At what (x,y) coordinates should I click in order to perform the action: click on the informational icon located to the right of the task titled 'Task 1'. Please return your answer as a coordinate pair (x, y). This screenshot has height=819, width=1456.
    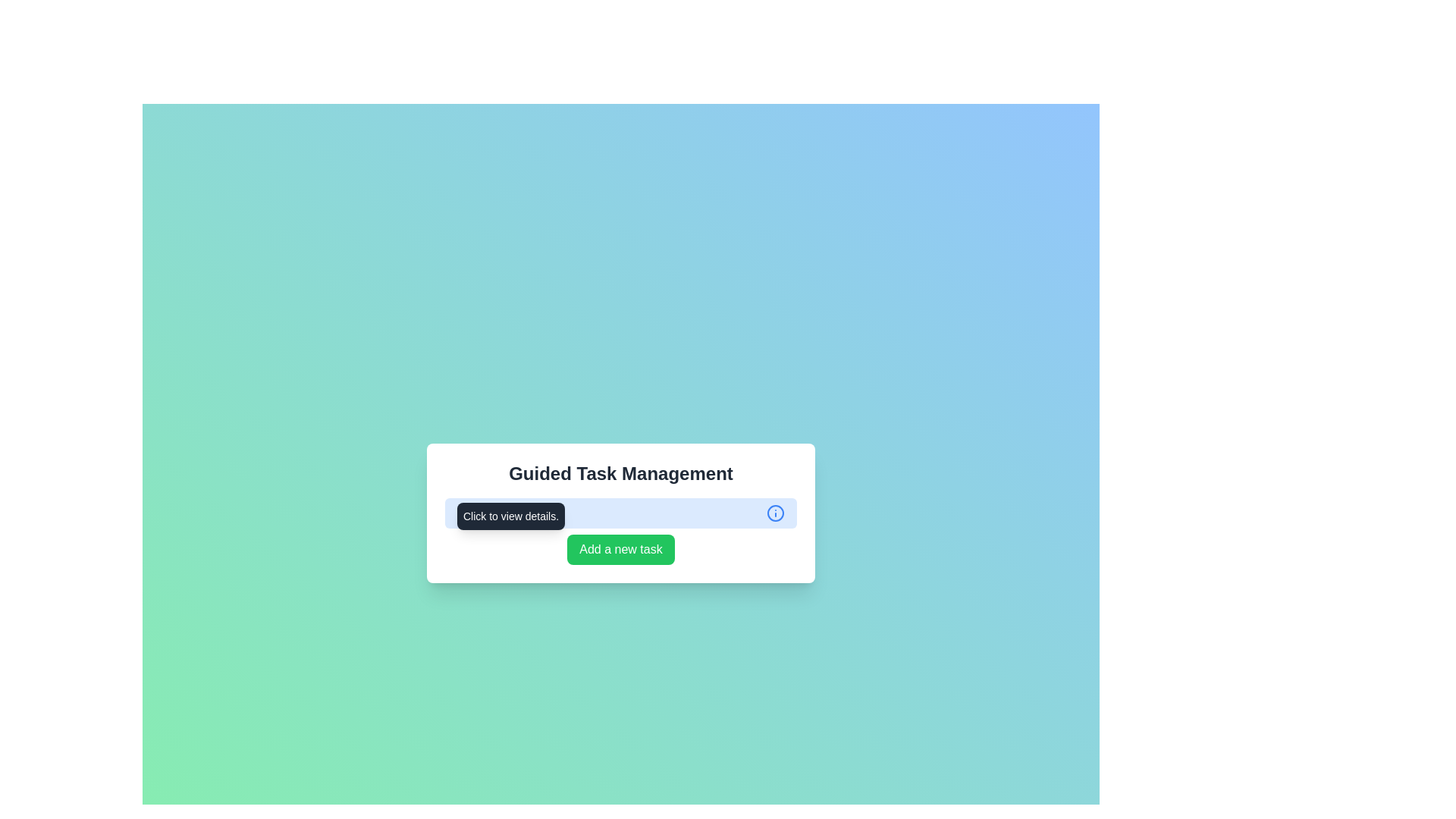
    Looking at the image, I should click on (775, 513).